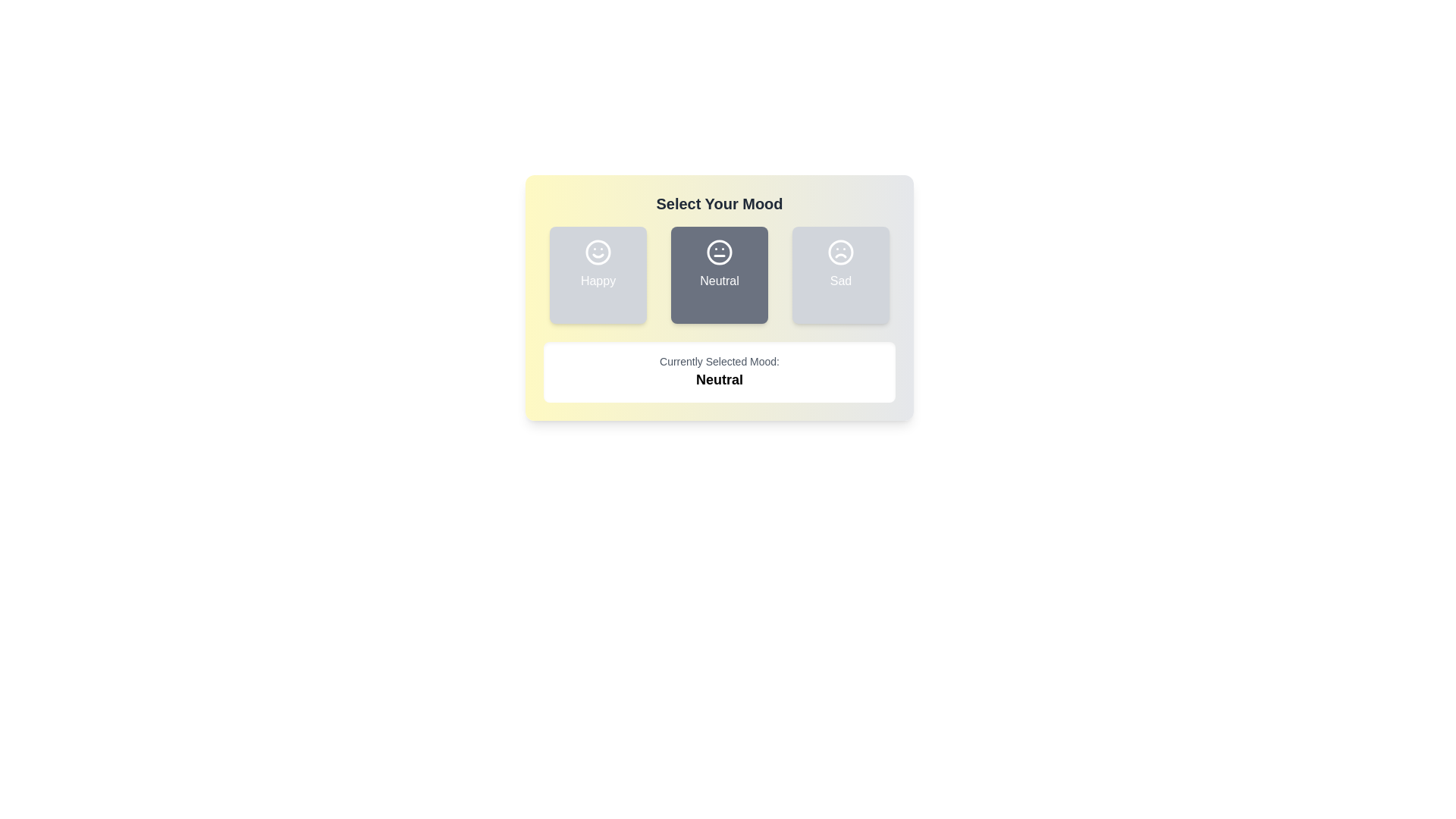  Describe the element at coordinates (719, 275) in the screenshot. I see `the mood button corresponding to Neutral to observe the visual change` at that location.